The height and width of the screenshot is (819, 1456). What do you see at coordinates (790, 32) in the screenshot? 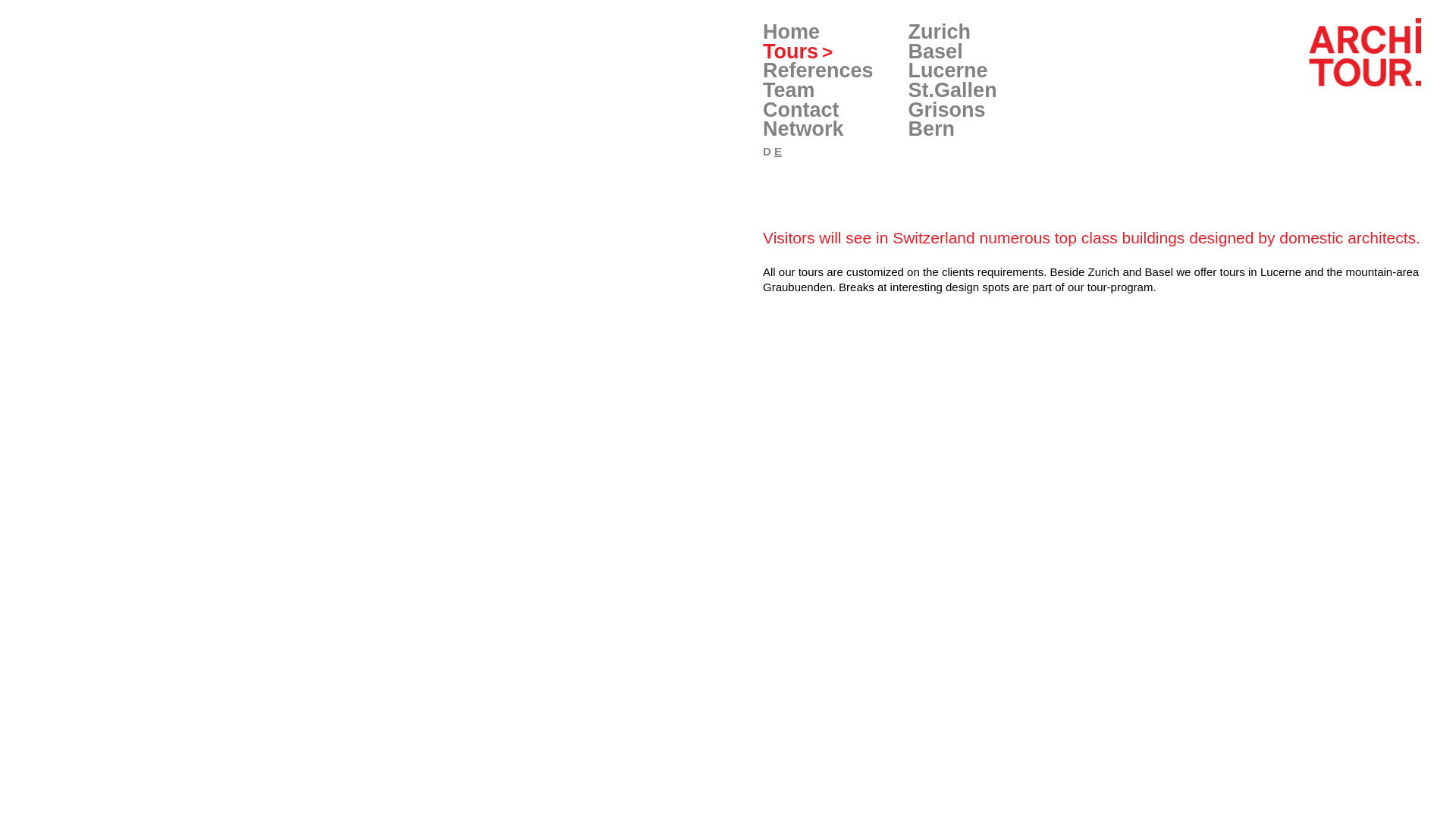
I see `'Home'` at bounding box center [790, 32].